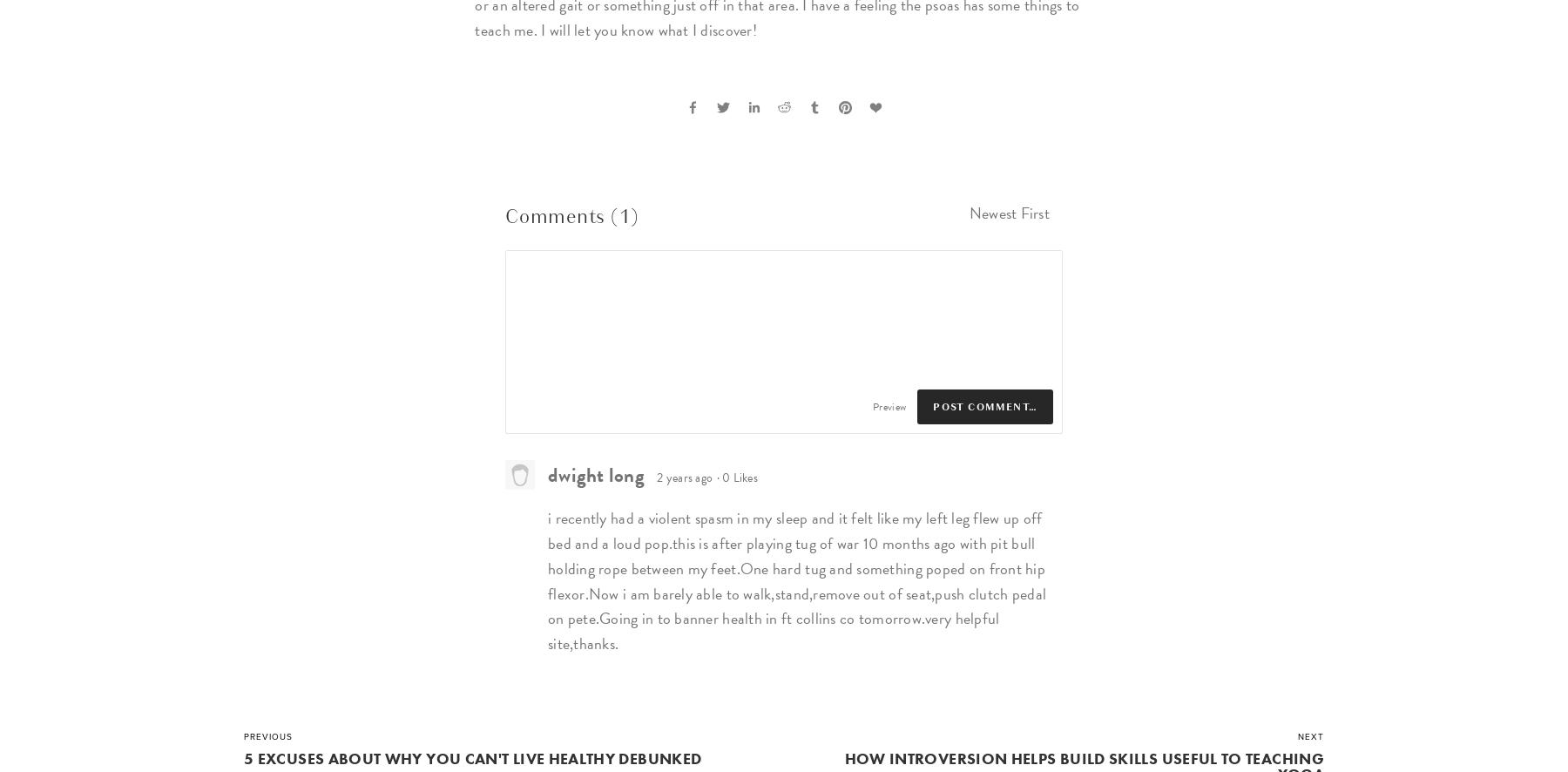 The image size is (1568, 772). What do you see at coordinates (471, 757) in the screenshot?
I see `'5 Excuses About Why You Can't Live Healthy DEBUNKED'` at bounding box center [471, 757].